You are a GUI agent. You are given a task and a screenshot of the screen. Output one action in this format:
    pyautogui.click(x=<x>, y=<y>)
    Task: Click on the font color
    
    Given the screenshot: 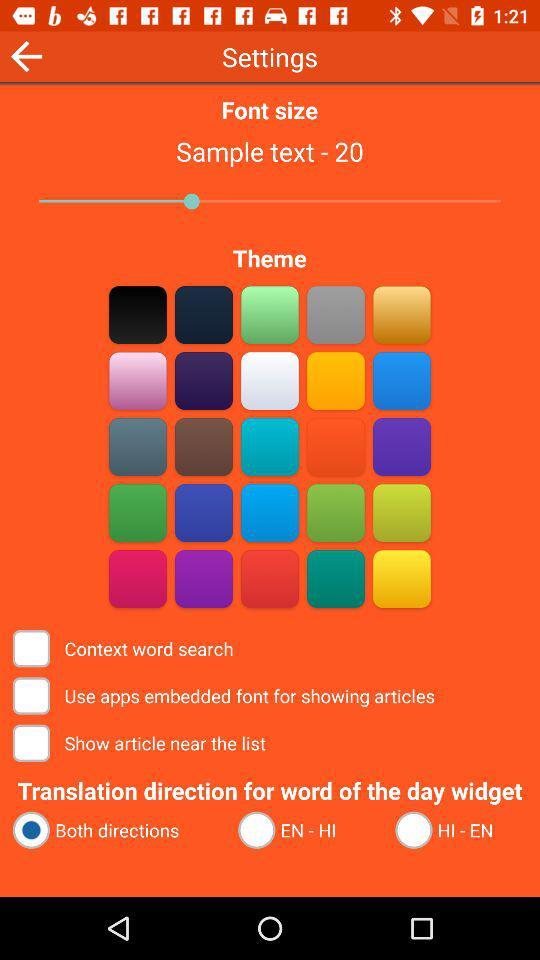 What is the action you would take?
    pyautogui.click(x=137, y=314)
    